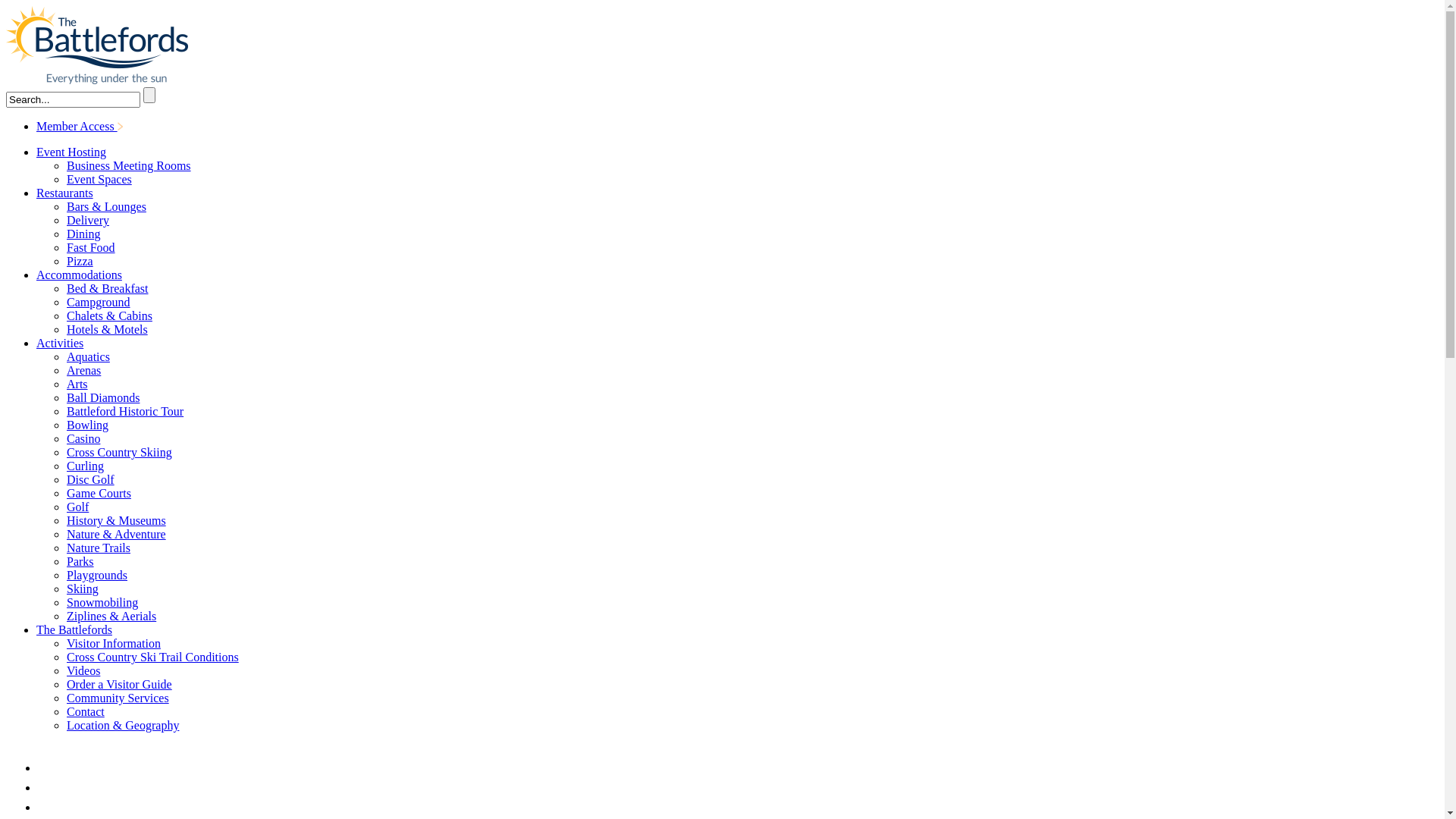 Image resolution: width=1456 pixels, height=819 pixels. What do you see at coordinates (79, 561) in the screenshot?
I see `'Parks'` at bounding box center [79, 561].